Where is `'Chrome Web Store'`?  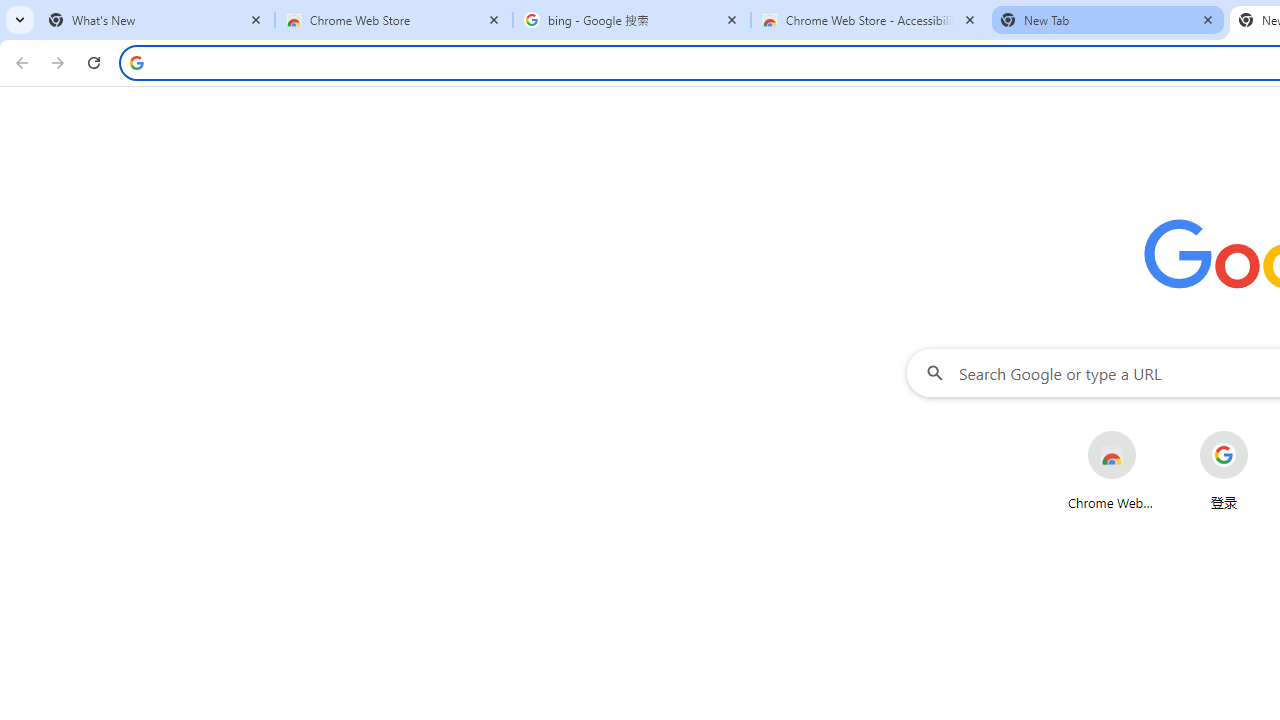 'Chrome Web Store' is located at coordinates (1110, 470).